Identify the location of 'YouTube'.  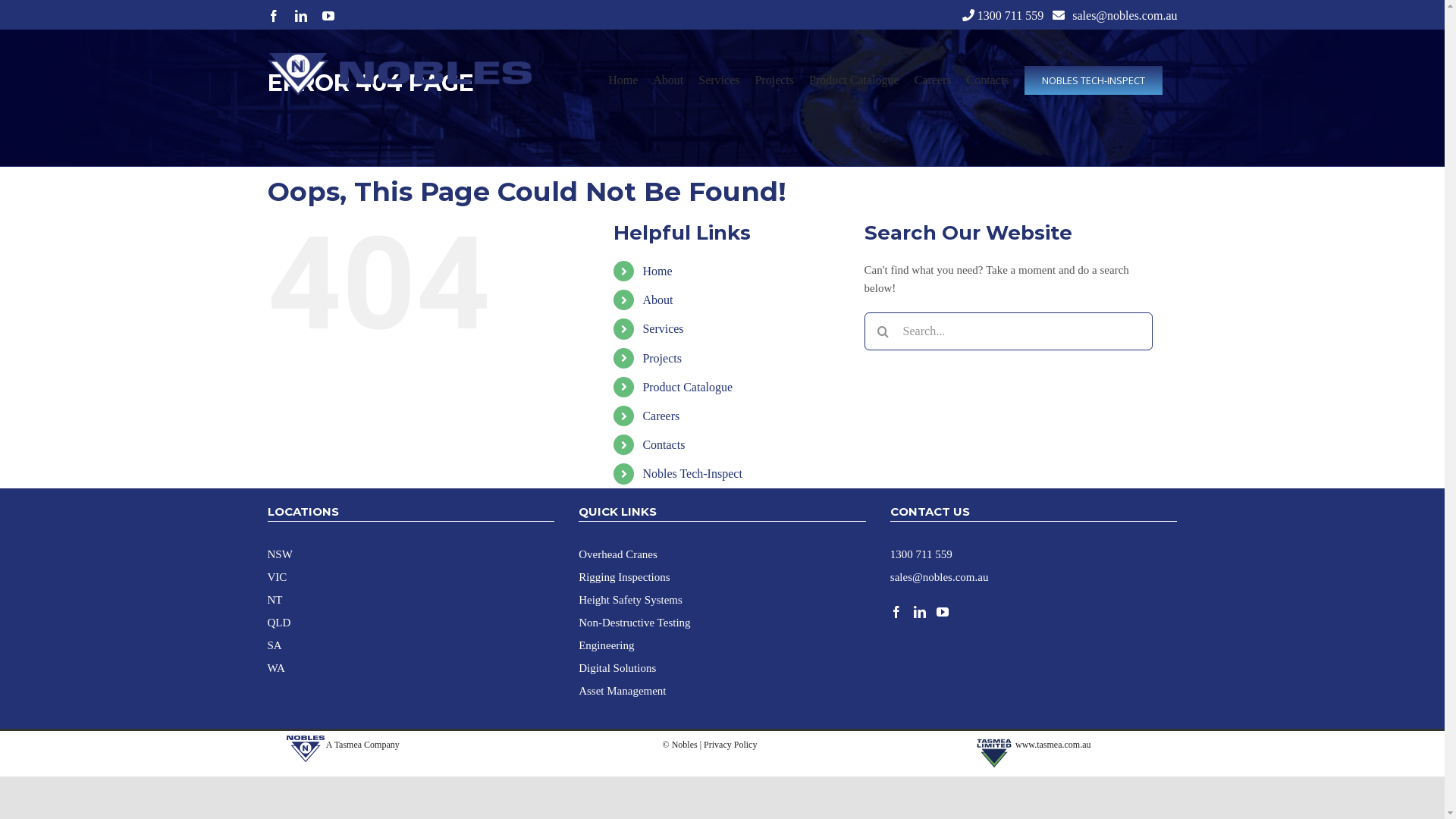
(320, 15).